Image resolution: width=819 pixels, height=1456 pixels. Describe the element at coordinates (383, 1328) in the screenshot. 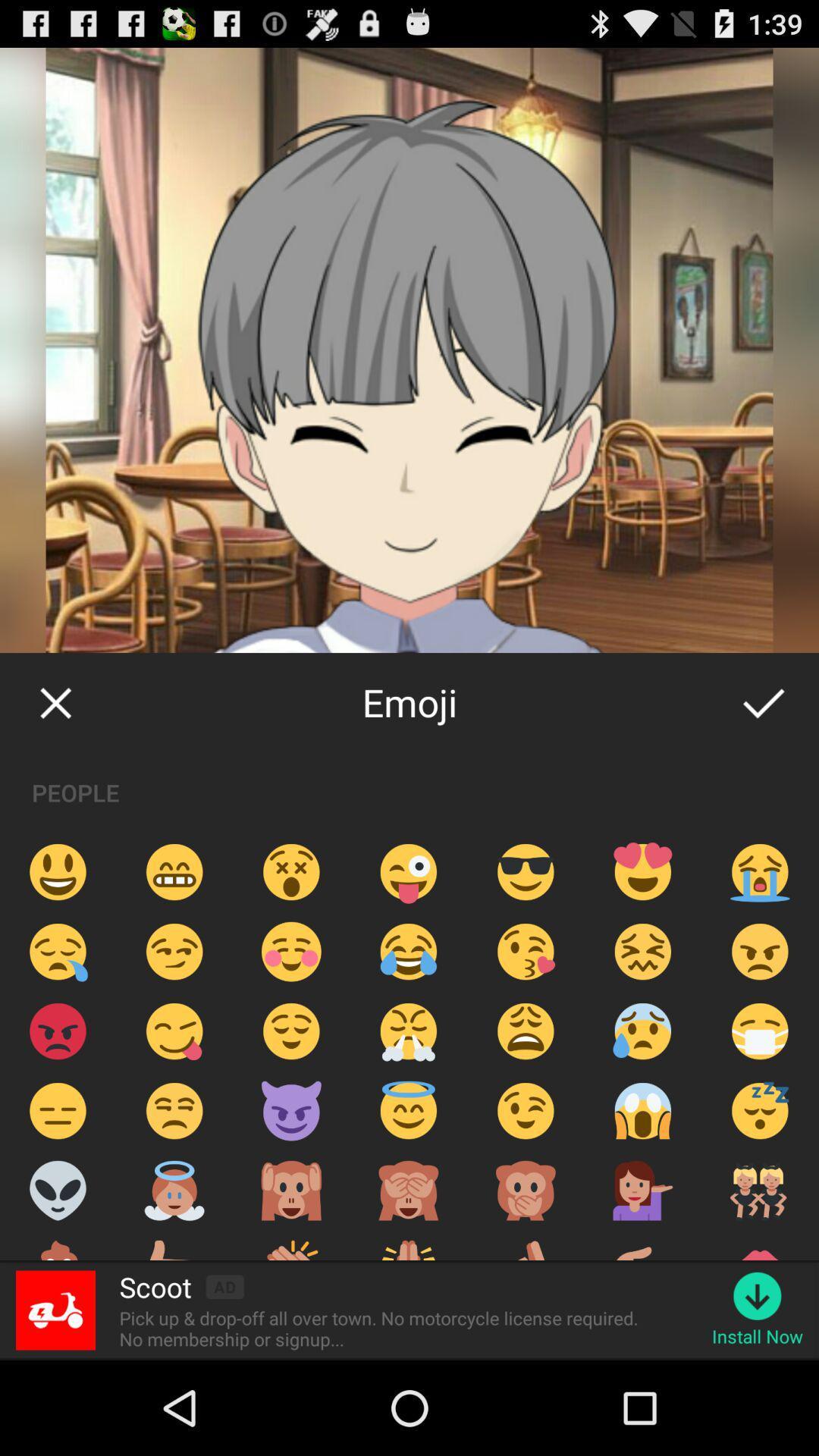

I see `item next to the install now icon` at that location.